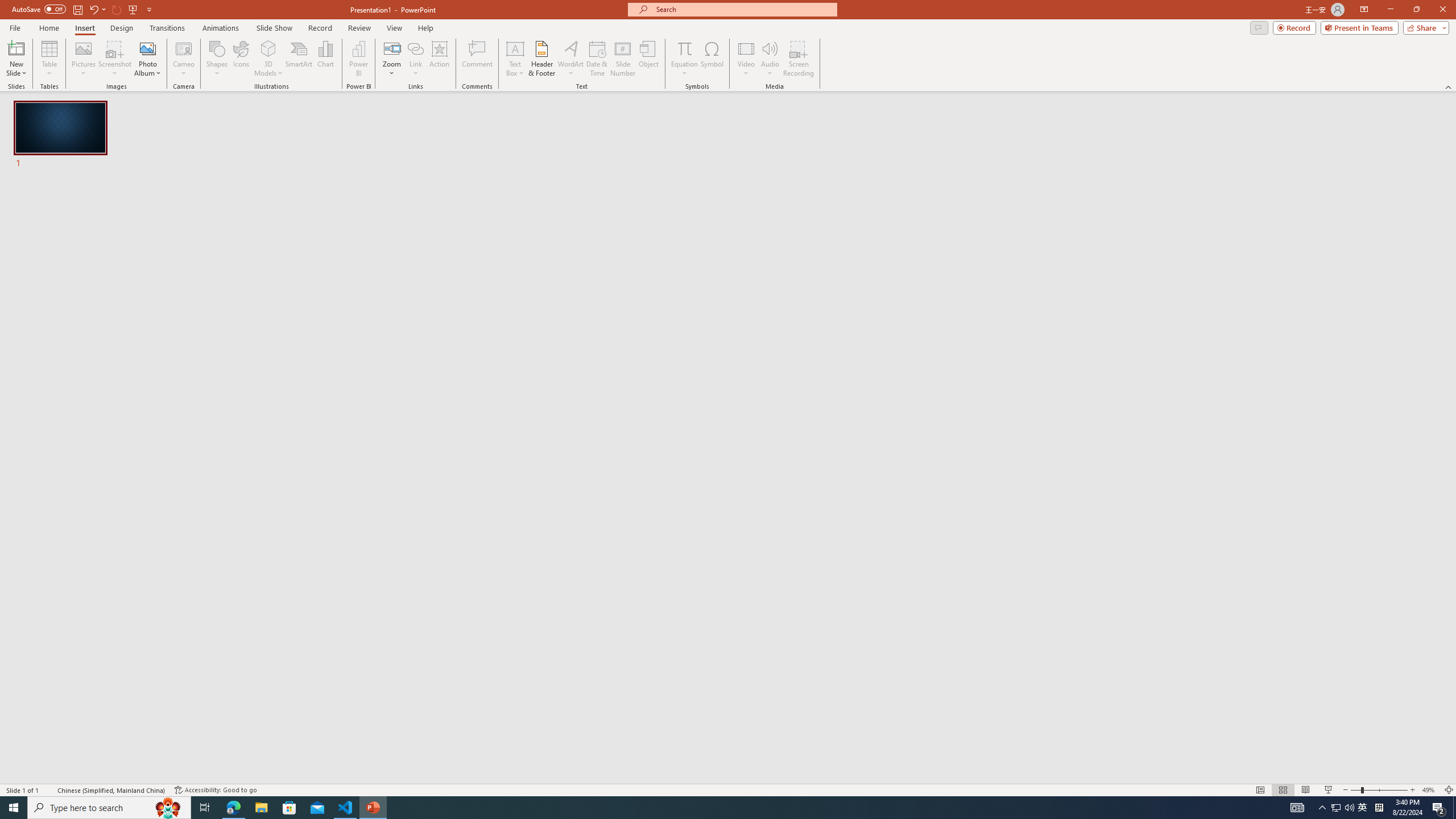  Describe the element at coordinates (299, 59) in the screenshot. I see `'SmartArt...'` at that location.